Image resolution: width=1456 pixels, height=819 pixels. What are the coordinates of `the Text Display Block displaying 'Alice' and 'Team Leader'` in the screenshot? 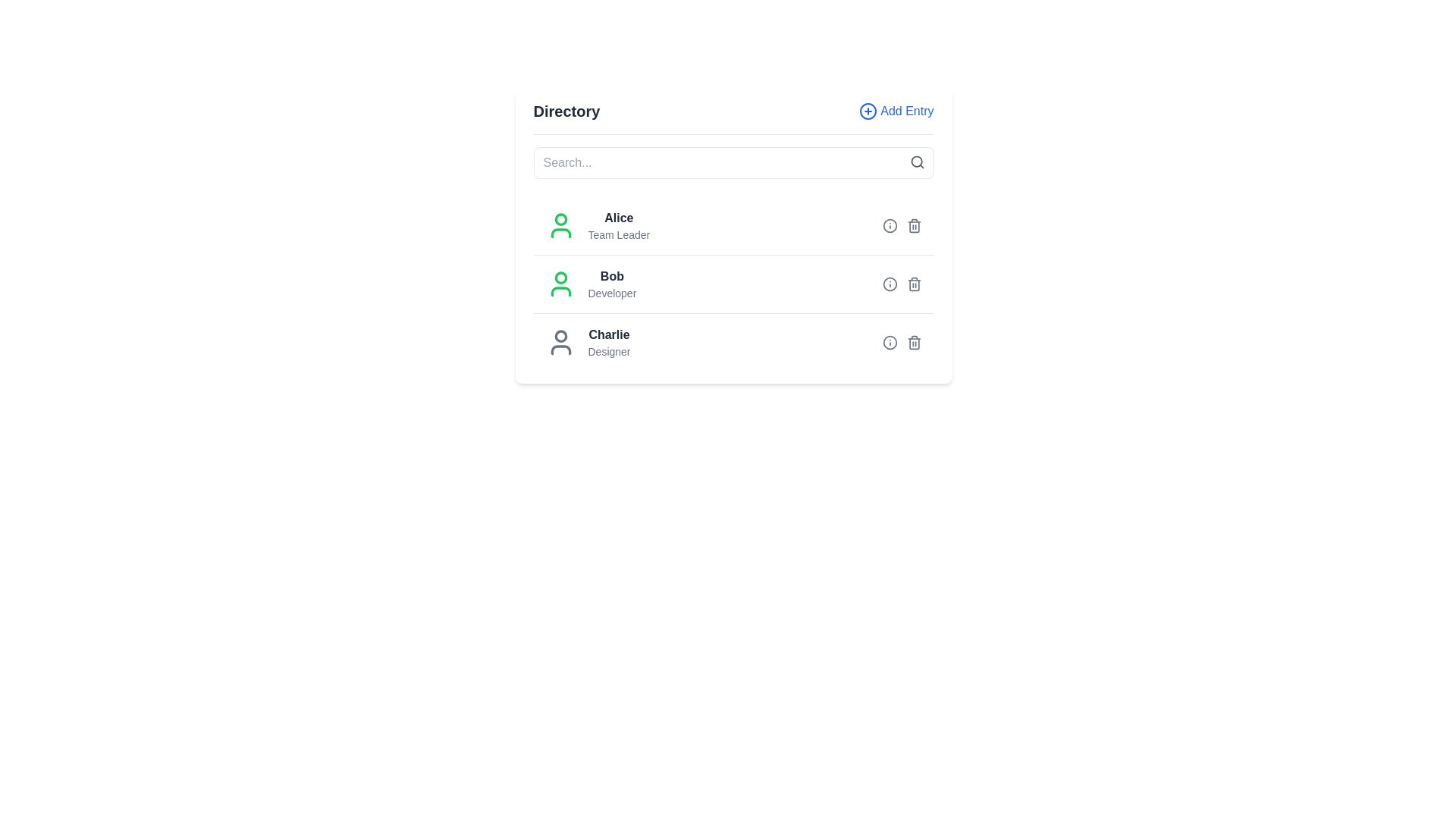 It's located at (619, 225).